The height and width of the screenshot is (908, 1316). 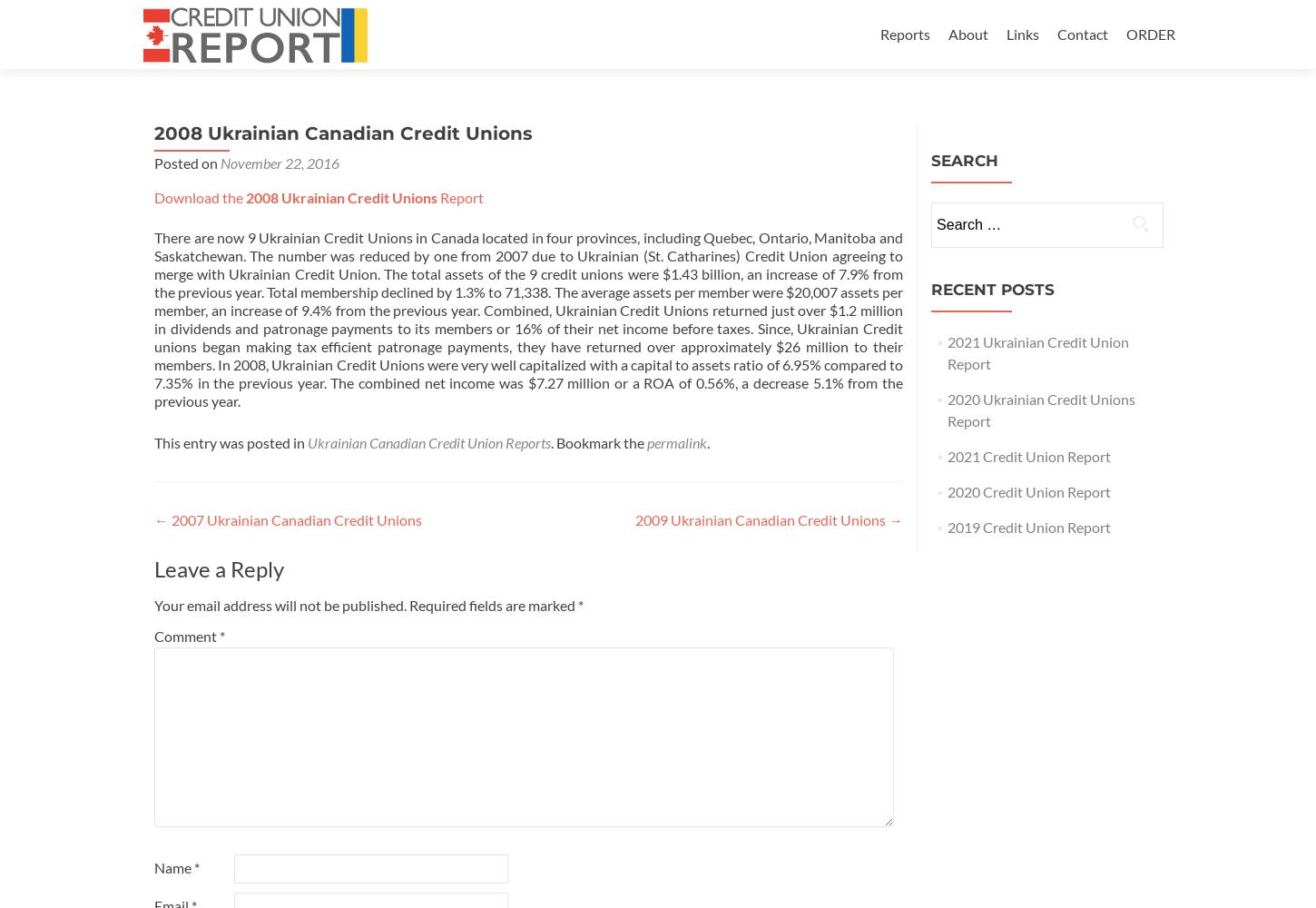 I want to click on 'Reports', so click(x=905, y=34).